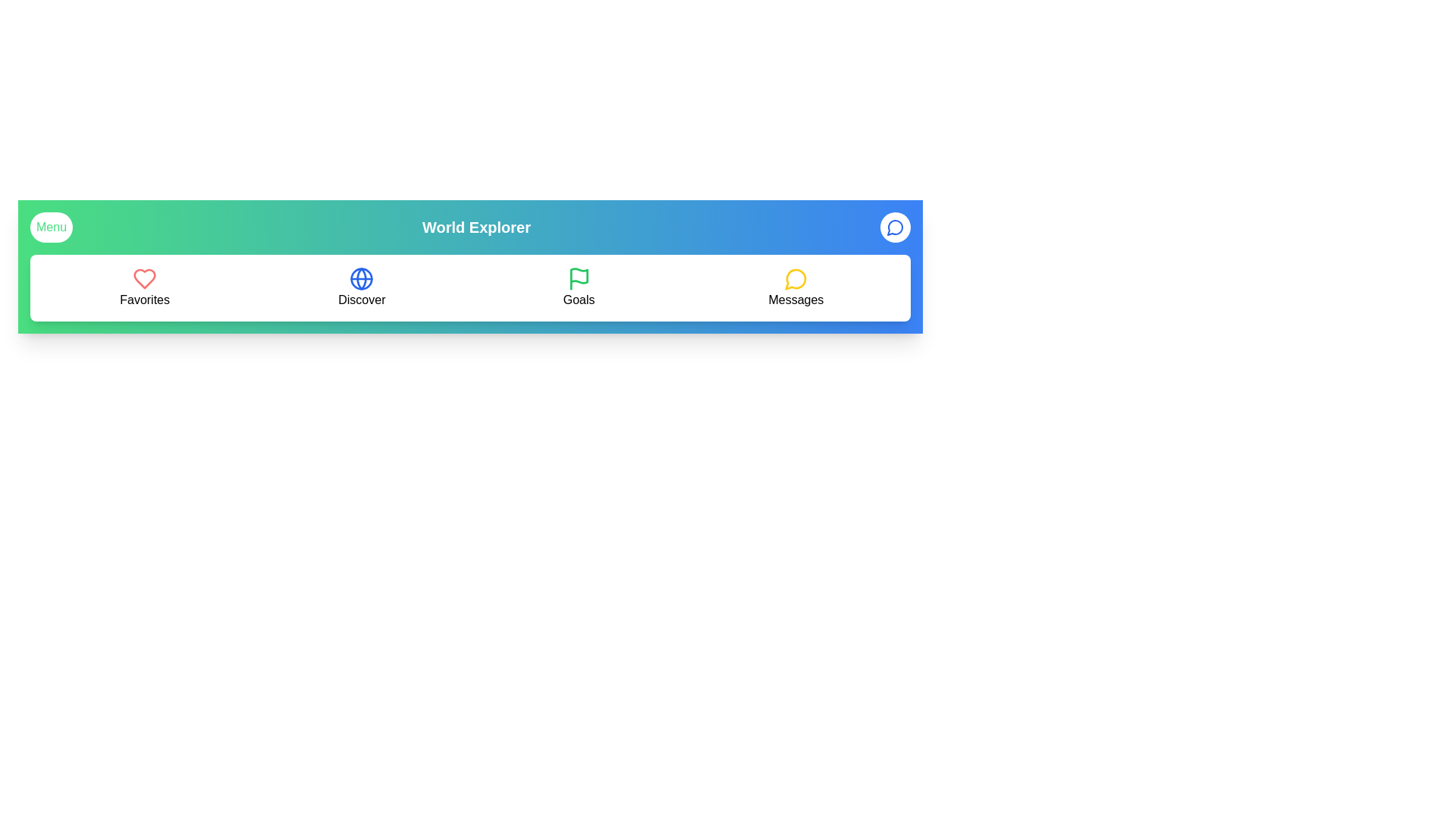 Image resolution: width=1456 pixels, height=819 pixels. What do you see at coordinates (51, 227) in the screenshot?
I see `the 'Menu' button to toggle the menu visibility` at bounding box center [51, 227].